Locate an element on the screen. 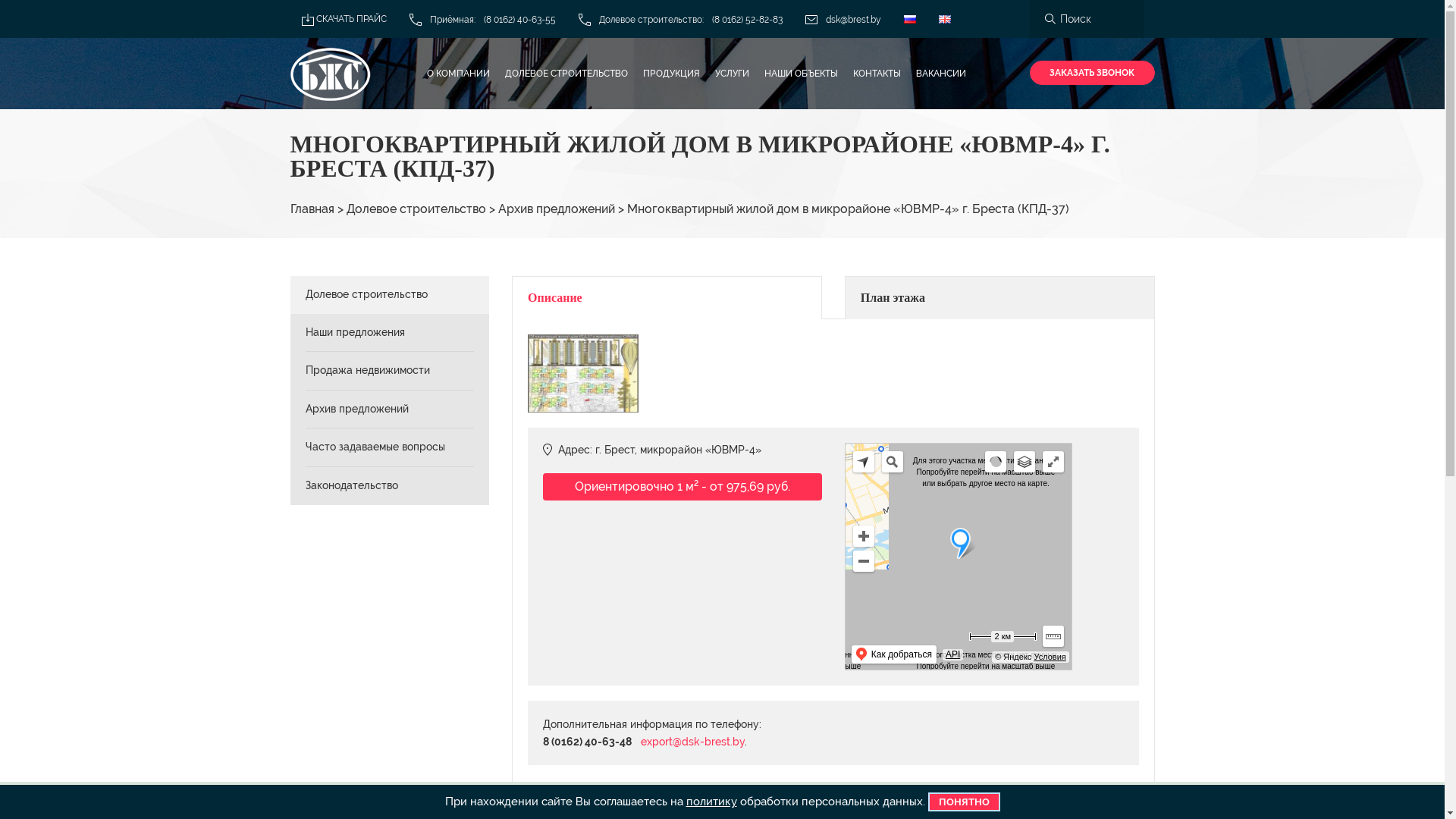  'dsk@brest.by' is located at coordinates (841, 18).